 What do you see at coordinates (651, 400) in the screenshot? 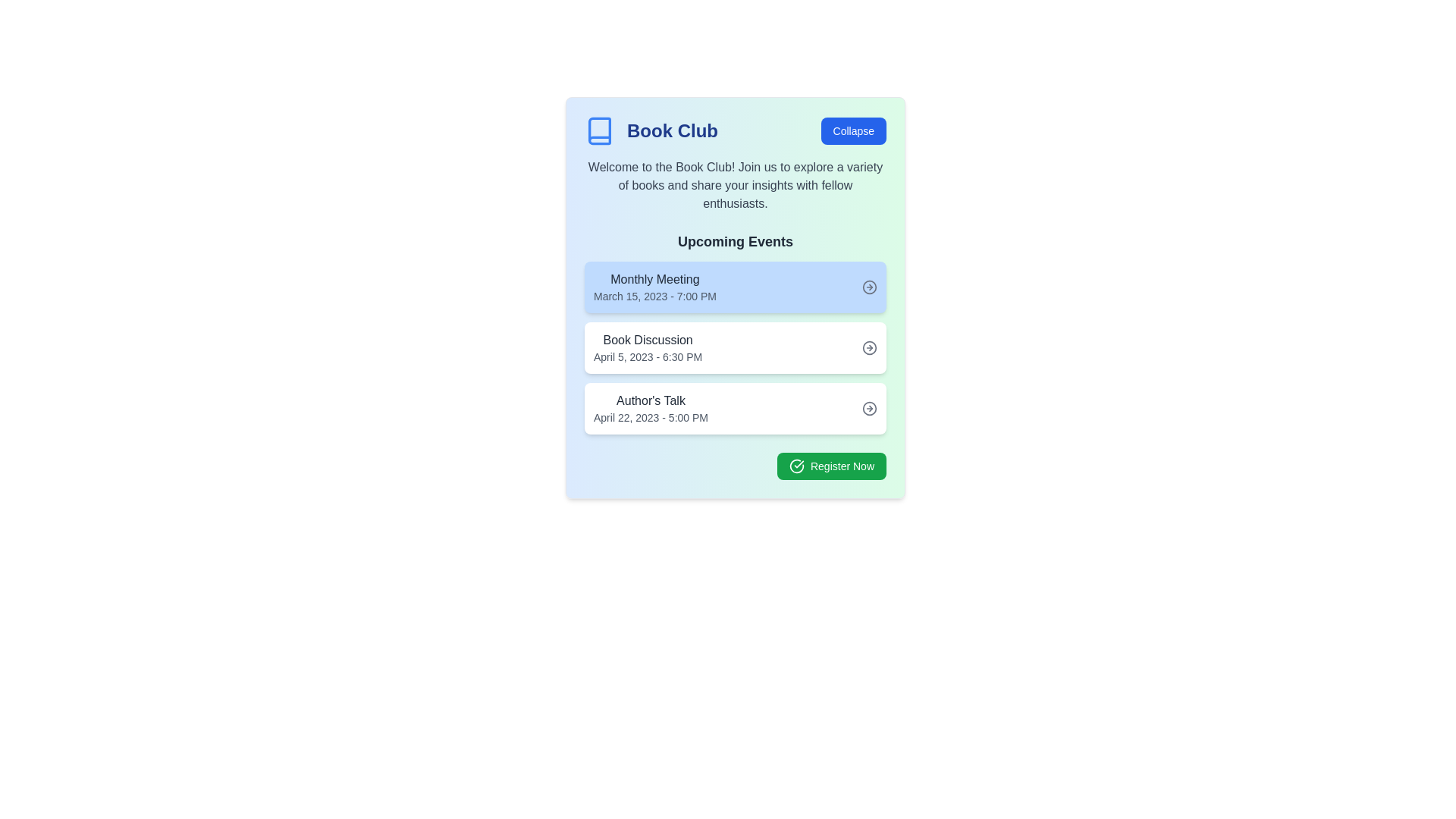
I see `text from the title or header of the third item in the 'Upcoming Events' list, which is positioned above the event details` at bounding box center [651, 400].